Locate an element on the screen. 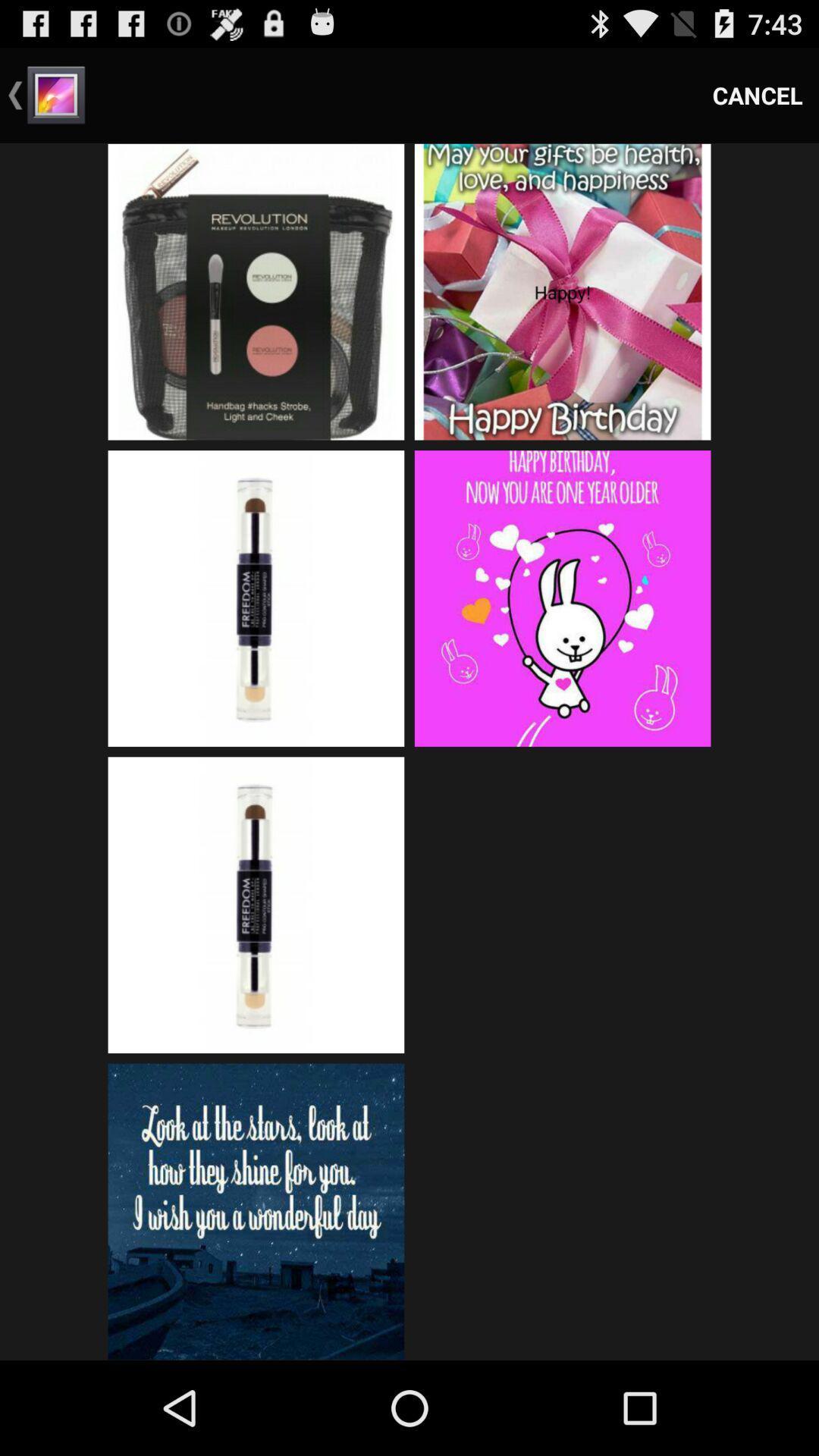  the cancel item is located at coordinates (758, 94).